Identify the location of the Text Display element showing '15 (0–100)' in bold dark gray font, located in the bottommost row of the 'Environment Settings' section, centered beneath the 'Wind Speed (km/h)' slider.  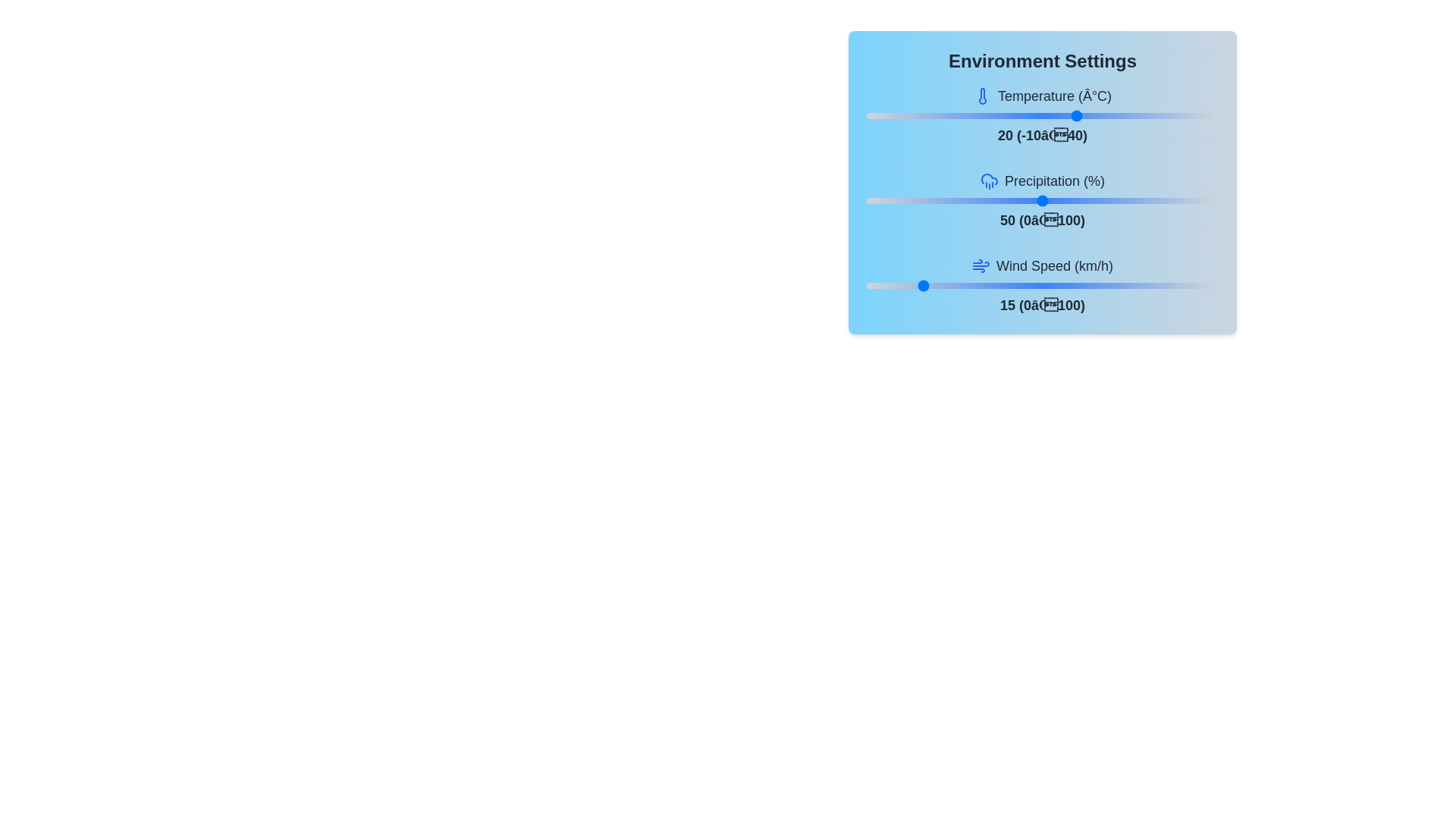
(1041, 305).